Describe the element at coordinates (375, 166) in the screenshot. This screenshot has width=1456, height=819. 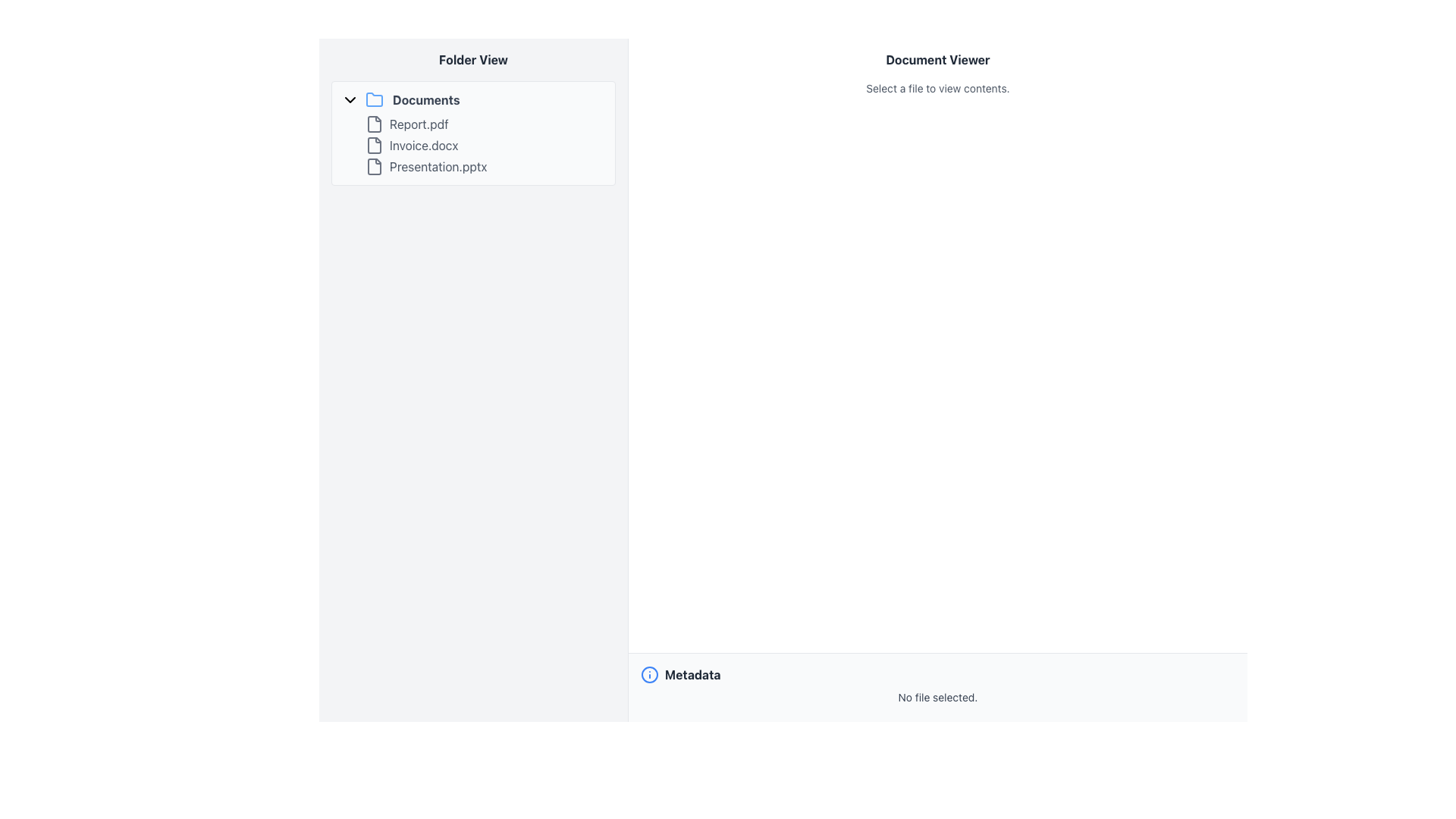
I see `the document file icon, which is a gray rectangular shape with folded edges, located next to the label 'Presentation.pptx' in the 'Folder View' panel` at that location.